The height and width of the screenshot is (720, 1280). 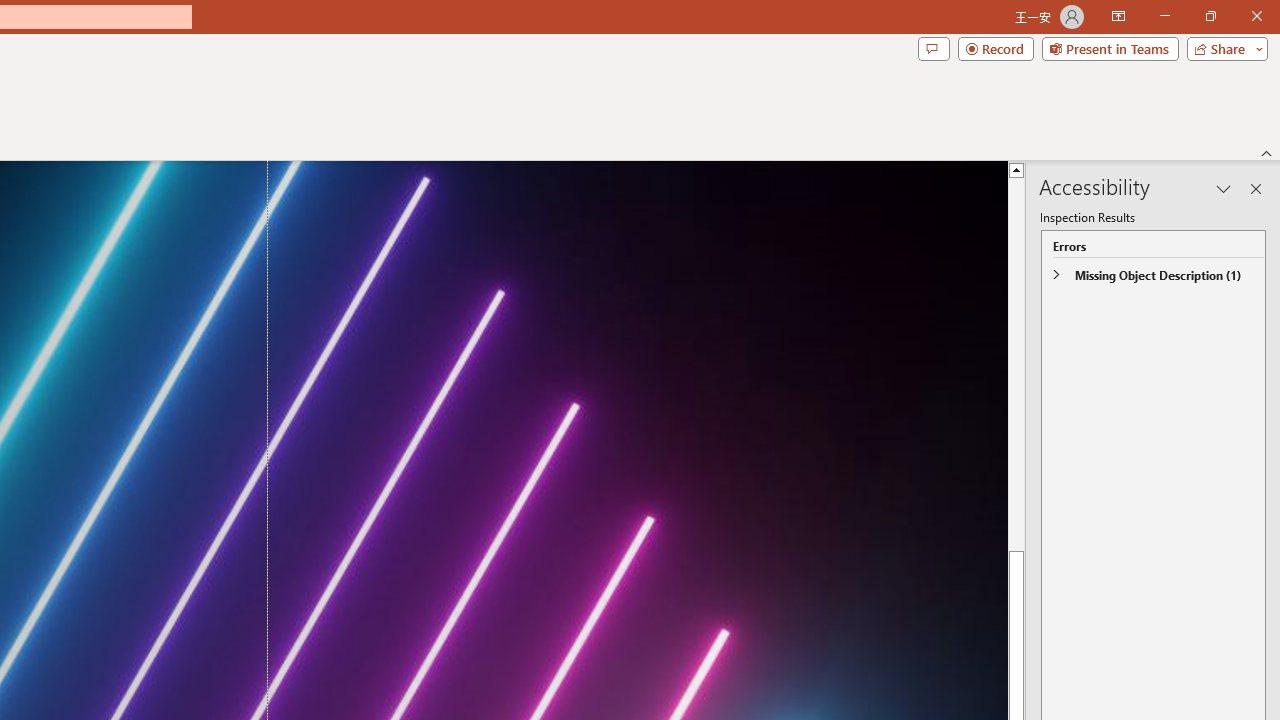 What do you see at coordinates (1223, 189) in the screenshot?
I see `'Task Pane Options'` at bounding box center [1223, 189].